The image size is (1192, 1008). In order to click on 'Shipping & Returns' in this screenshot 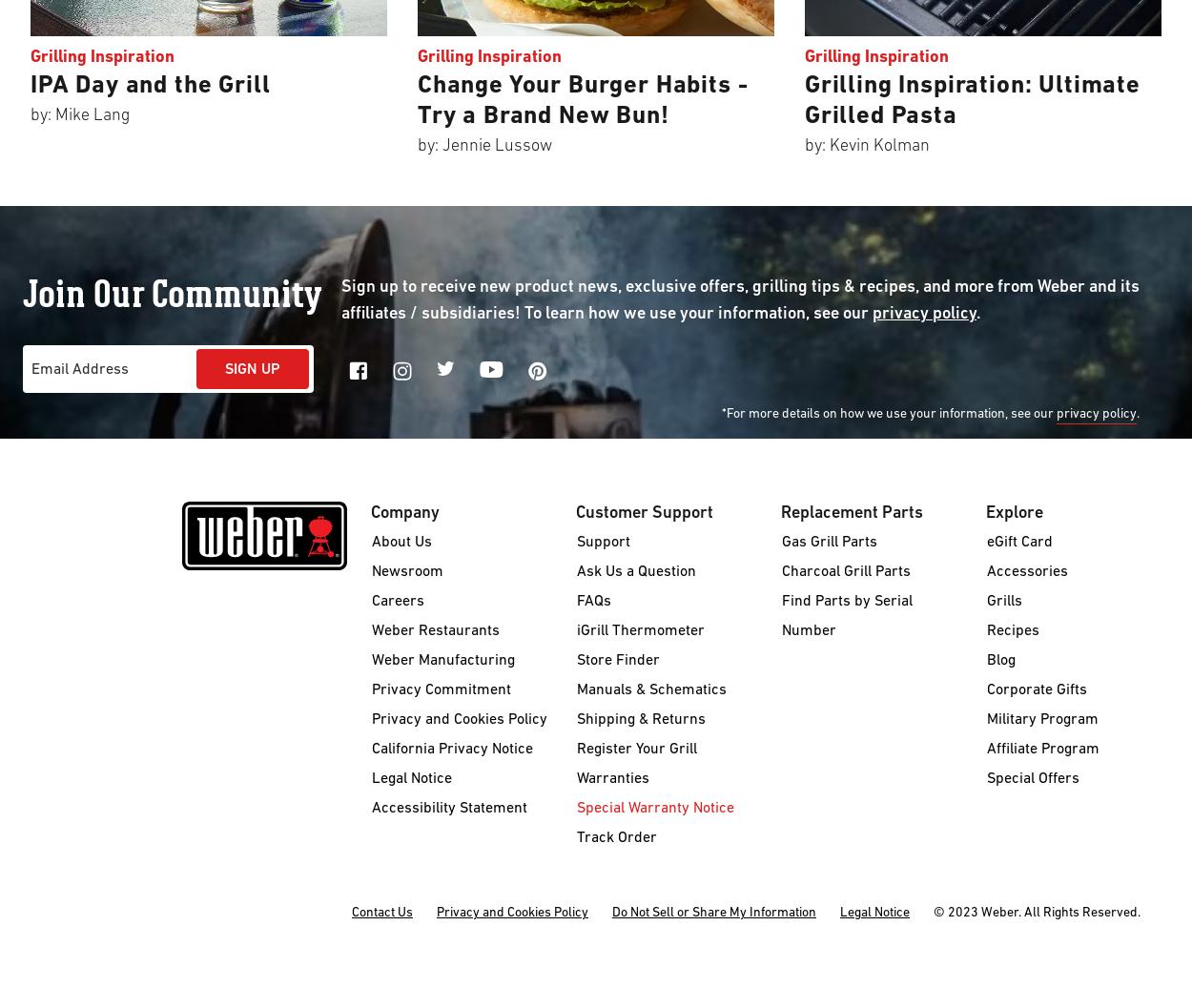, I will do `click(641, 720)`.